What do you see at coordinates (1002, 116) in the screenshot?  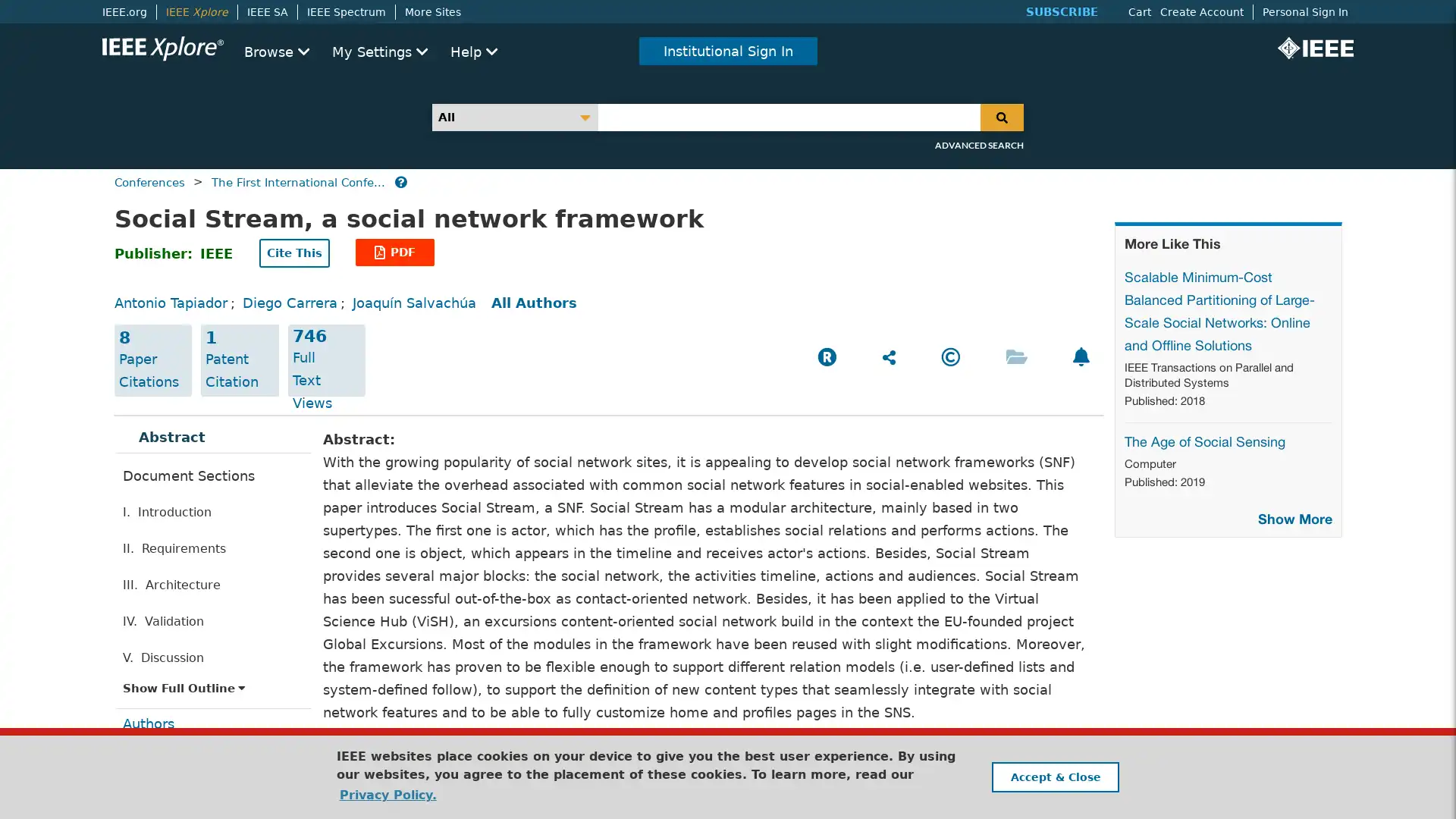 I see `Search` at bounding box center [1002, 116].